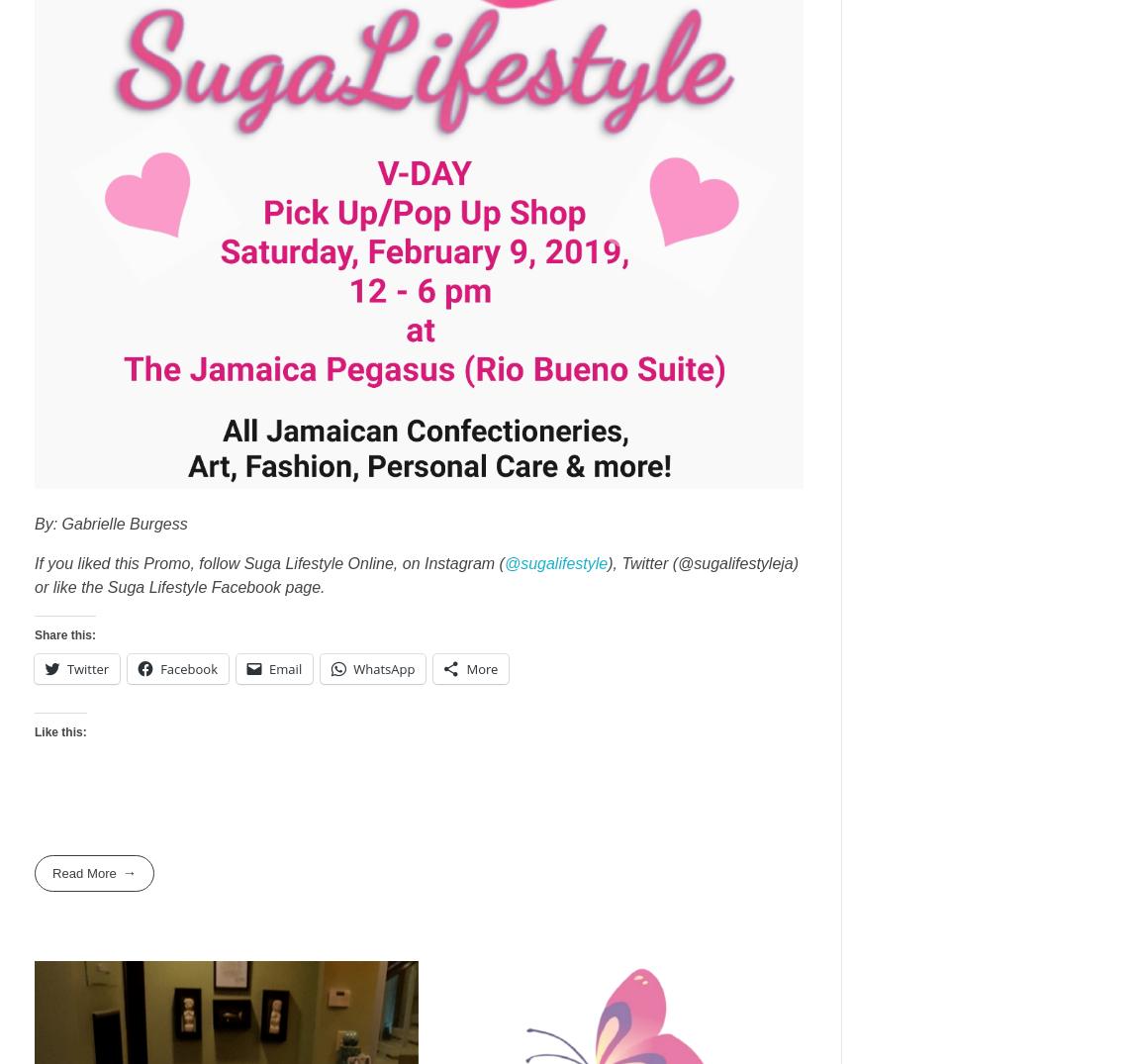 The image size is (1138, 1064). I want to click on 'Email', so click(285, 668).